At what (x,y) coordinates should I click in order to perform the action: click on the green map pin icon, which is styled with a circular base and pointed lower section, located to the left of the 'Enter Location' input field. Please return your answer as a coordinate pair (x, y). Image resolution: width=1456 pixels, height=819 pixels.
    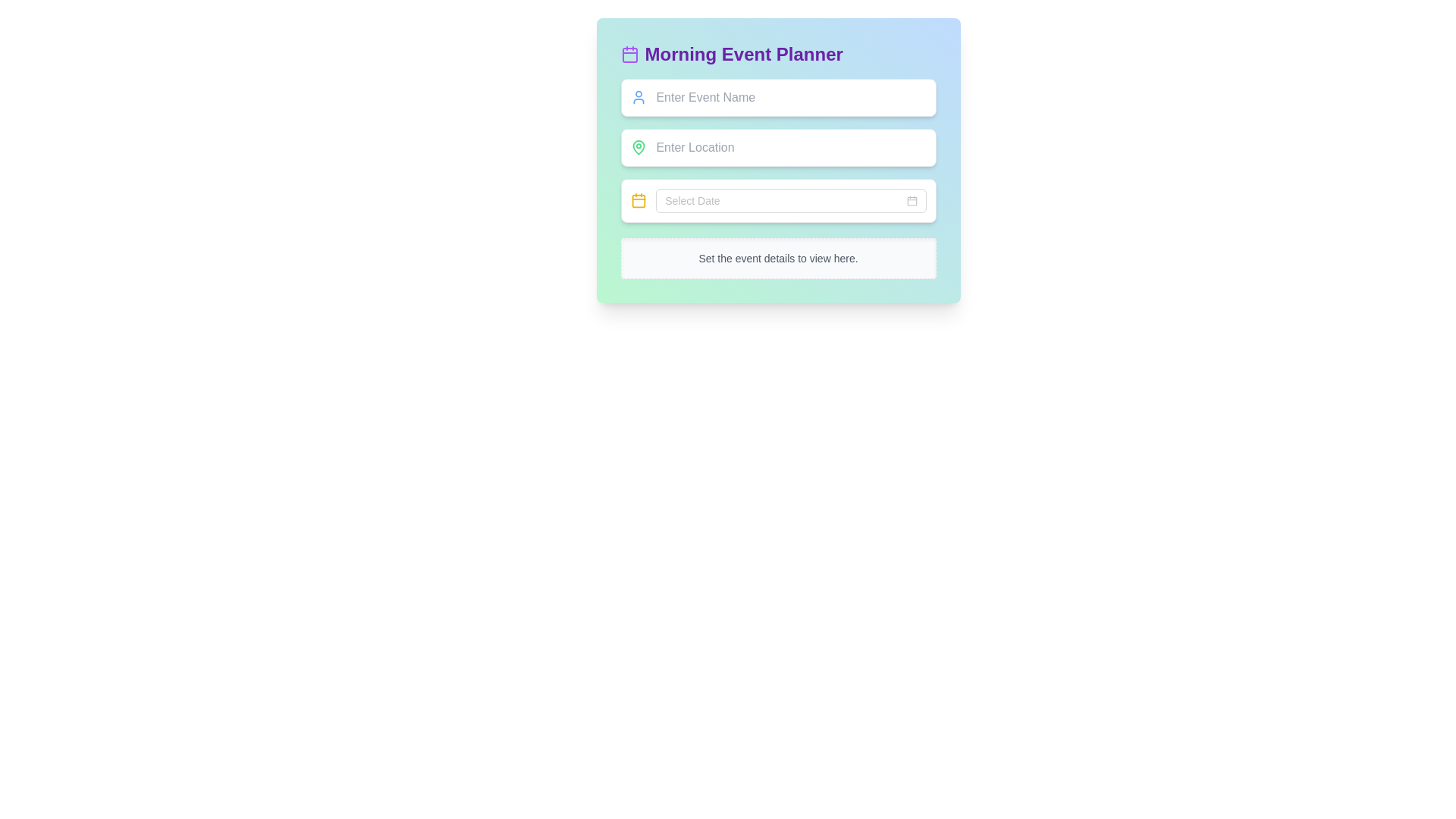
    Looking at the image, I should click on (639, 148).